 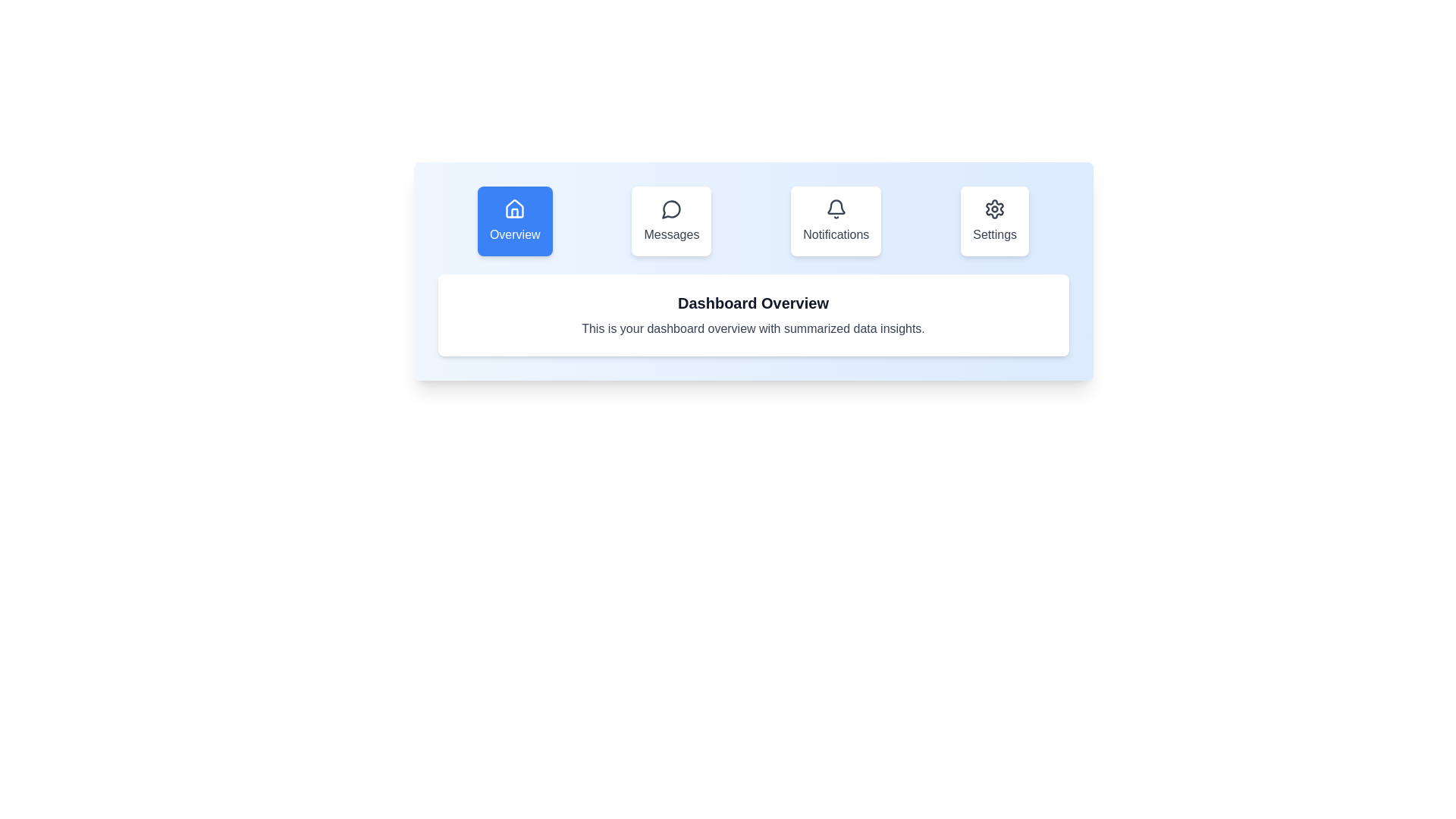 I want to click on the 'Notifications' button in the navigation menu, so click(x=835, y=221).